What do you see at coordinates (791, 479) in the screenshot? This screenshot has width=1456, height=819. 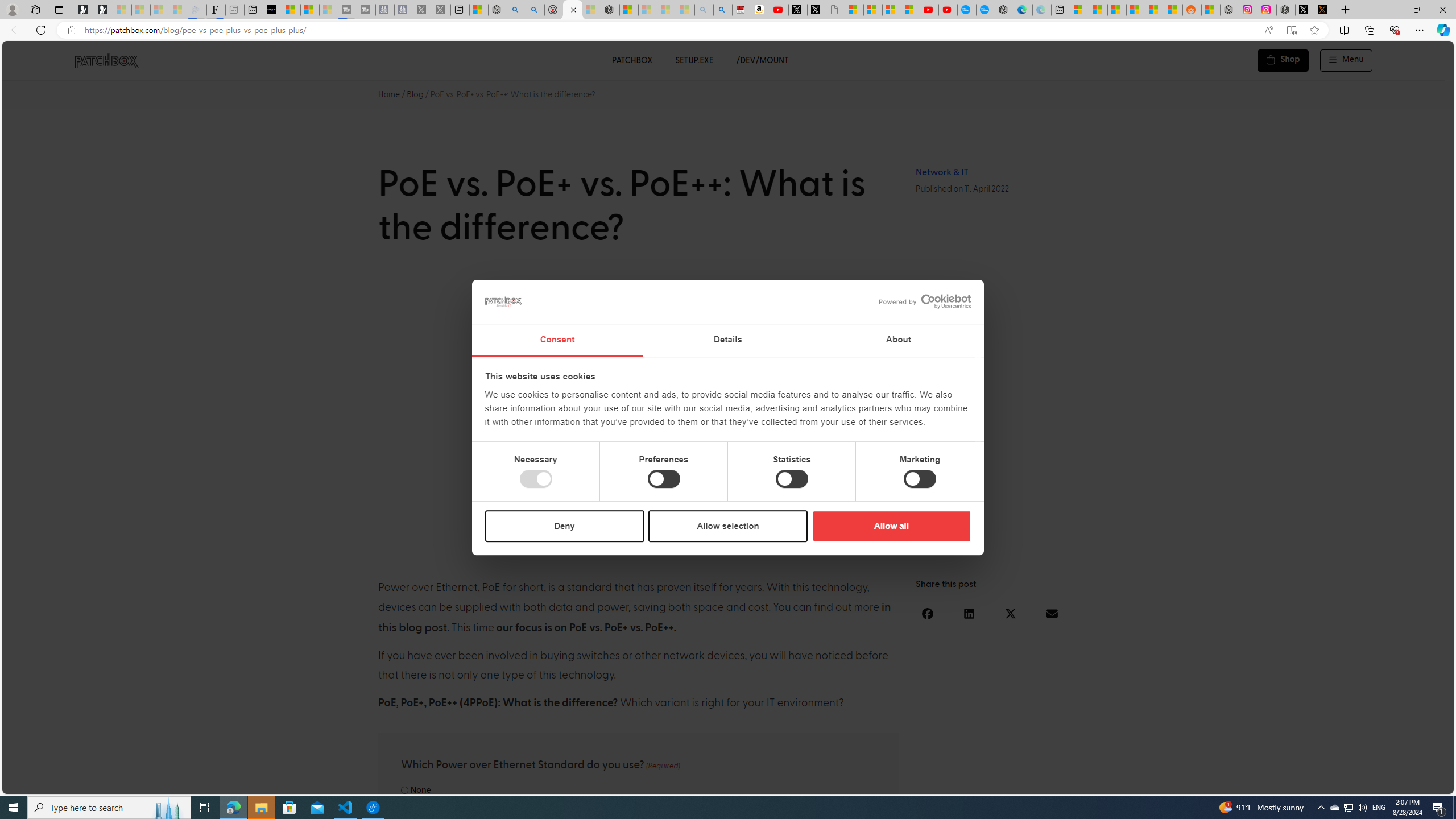 I see `'Statistics'` at bounding box center [791, 479].